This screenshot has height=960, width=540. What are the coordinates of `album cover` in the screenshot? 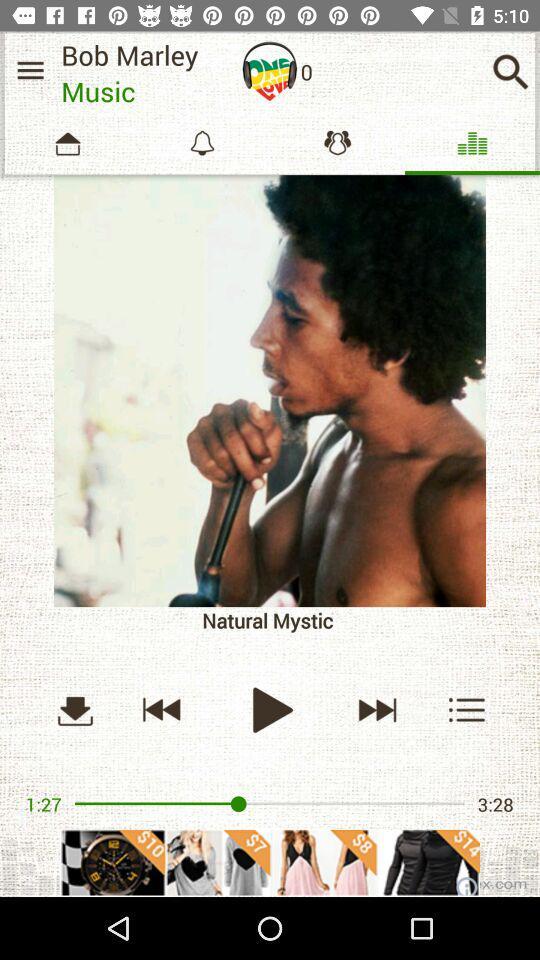 It's located at (270, 390).